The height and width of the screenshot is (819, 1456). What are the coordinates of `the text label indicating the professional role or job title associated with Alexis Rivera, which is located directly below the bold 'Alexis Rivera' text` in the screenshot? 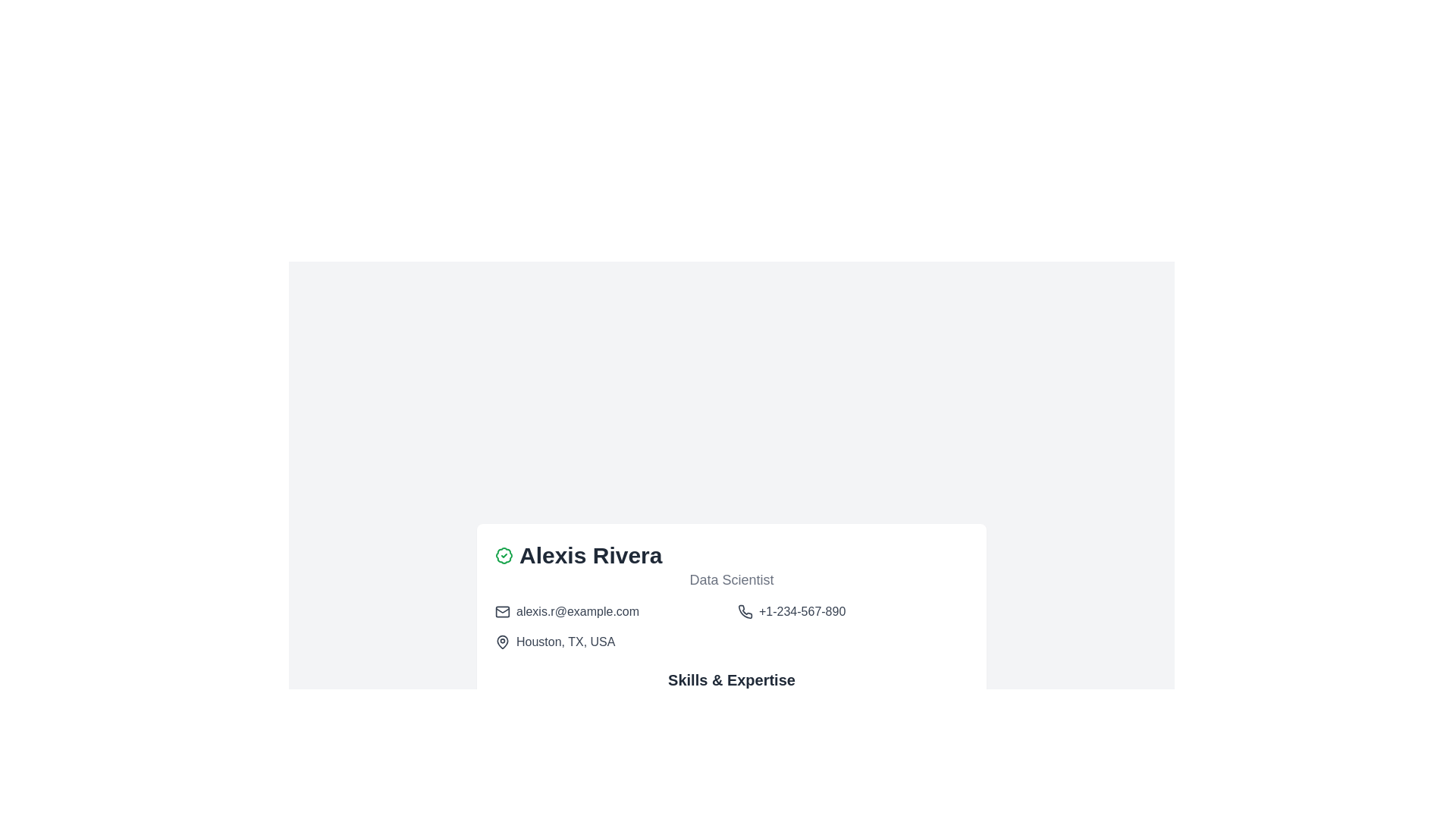 It's located at (731, 579).